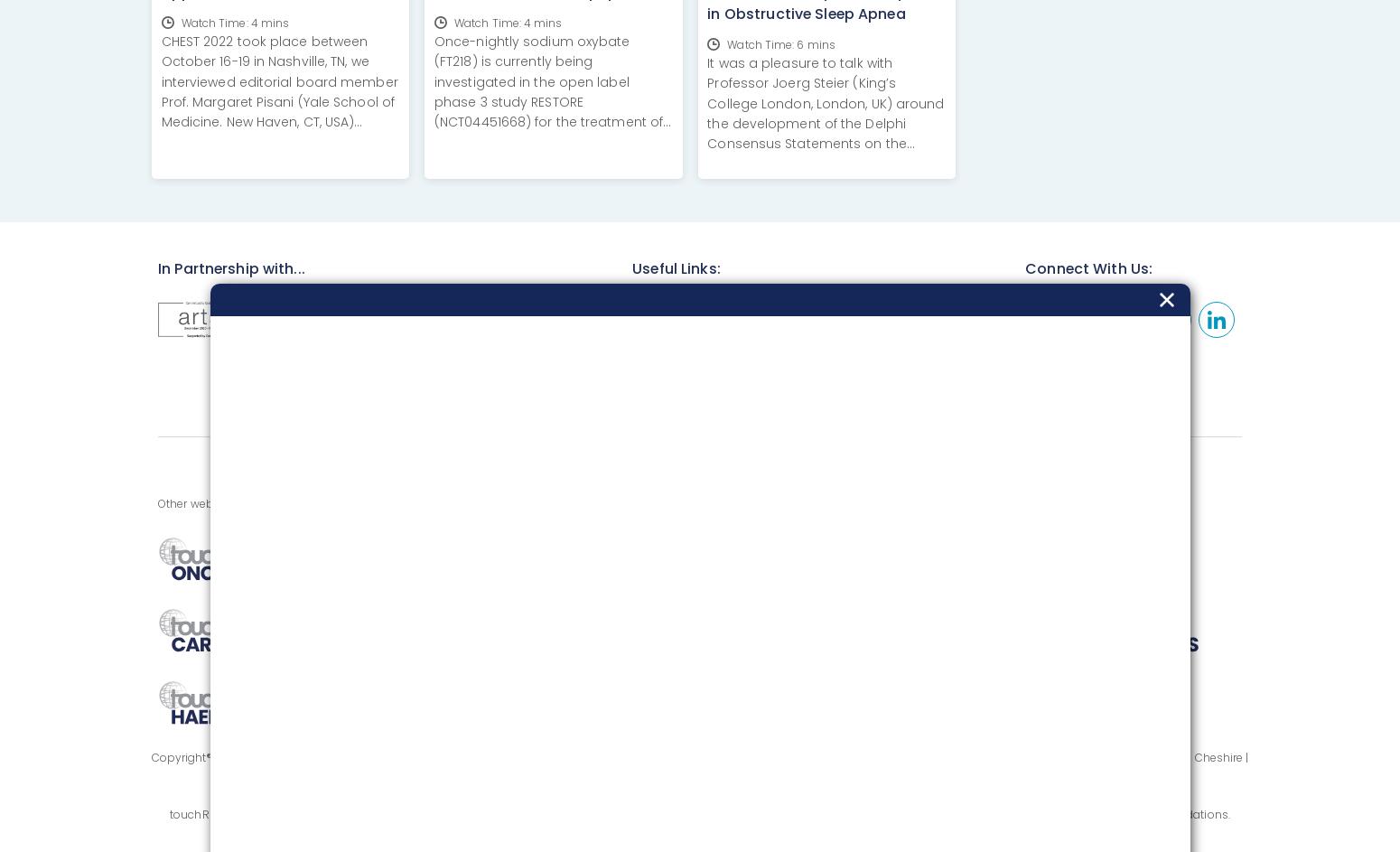 The image size is (1400, 852). Describe the element at coordinates (699, 766) in the screenshot. I see `'Copyright® 2023 Touch Medical Media. Touch Medical Media Group Holdings Limited, a private limited company registered in England and Wales at Lancashire Gate | 21 Tiviot Dale | Stockport | Cheshire | SK1 1TD | UK with registered number 08197142.'` at that location.